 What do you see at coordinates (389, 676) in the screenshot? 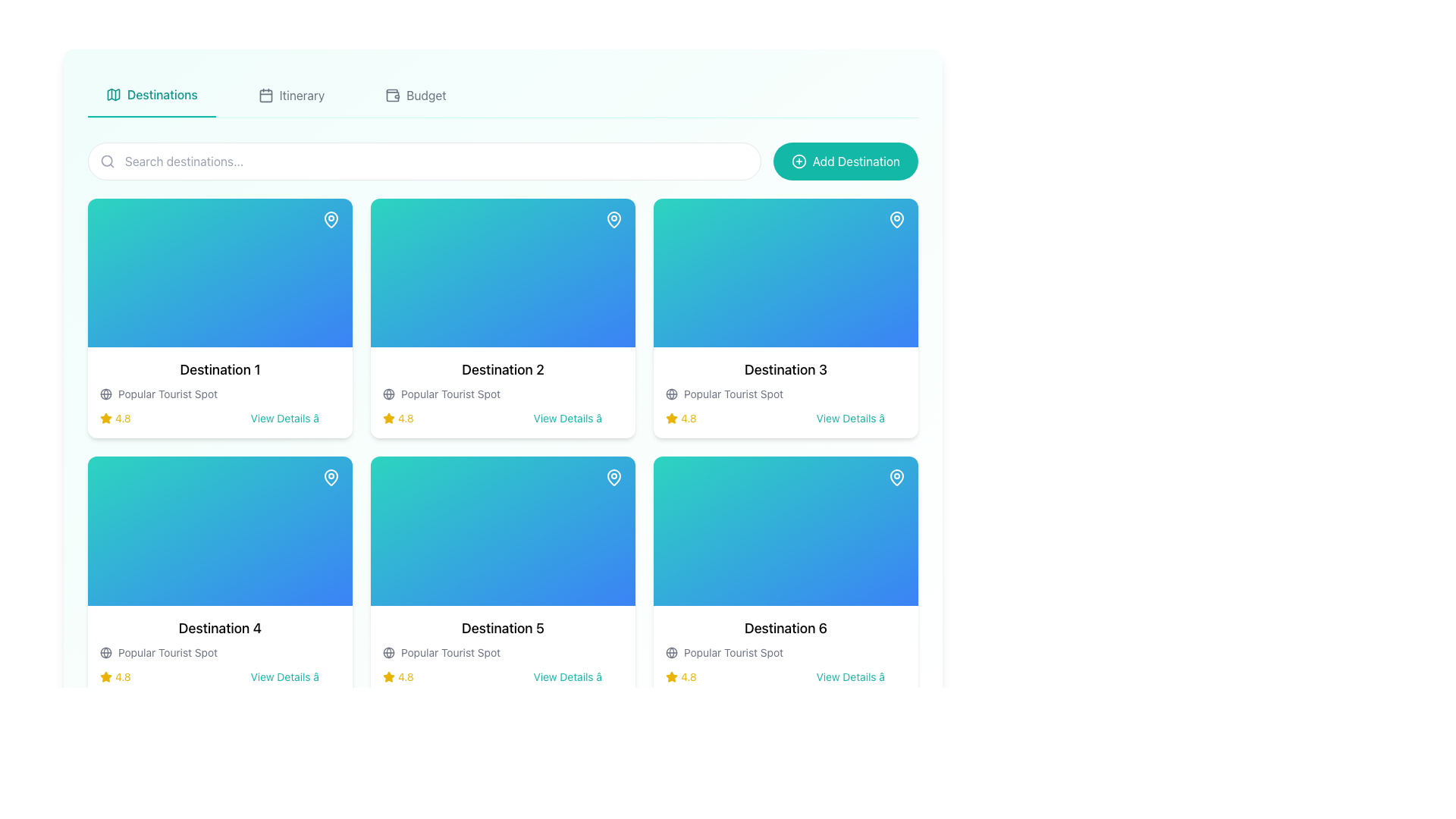
I see `the golden-yellow star icon representing a rating feature for 'Destination 5', located in the lower center of the card layout, near the rating text` at bounding box center [389, 676].